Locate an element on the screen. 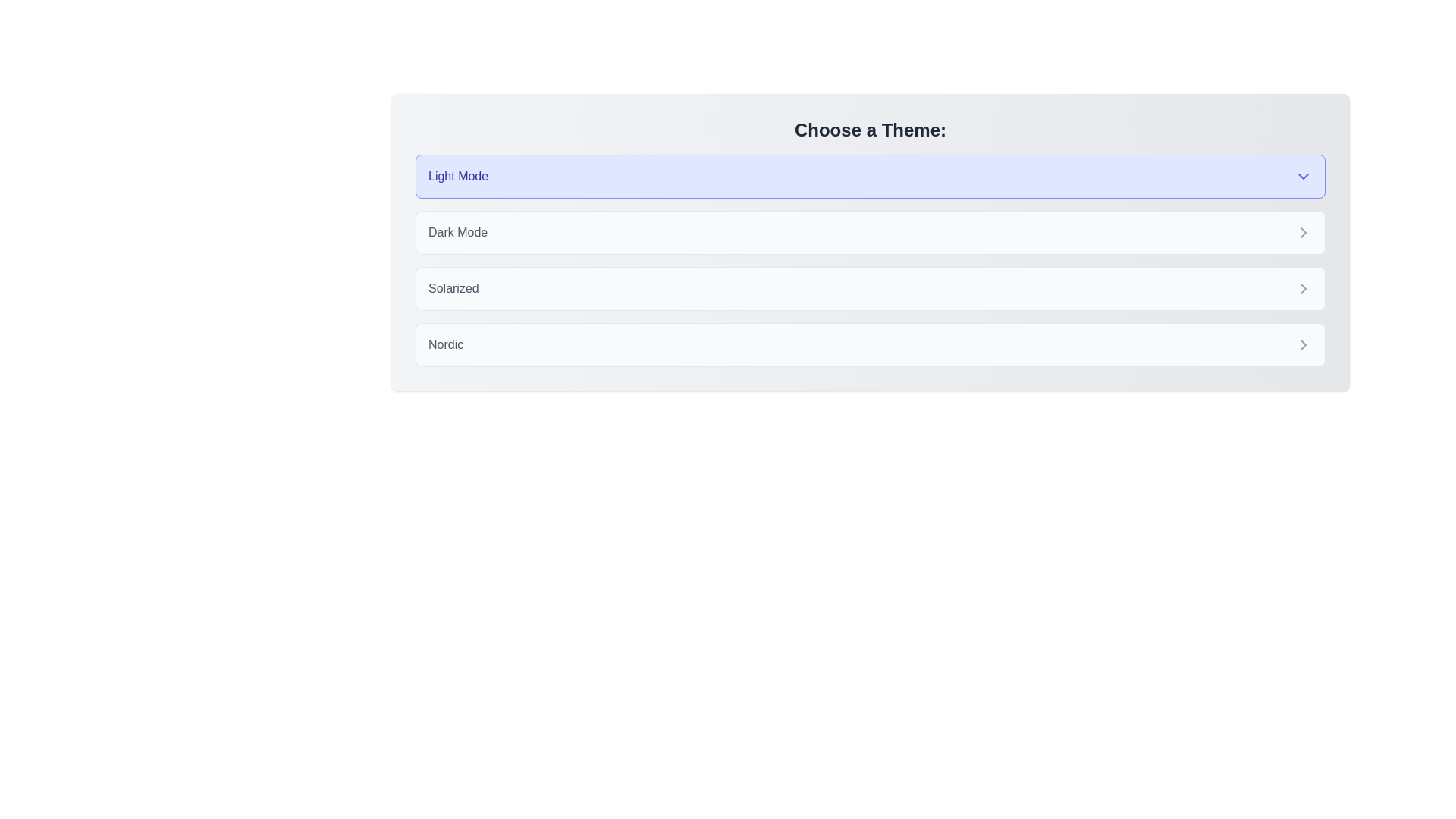  the theme Dark Mode by clicking on its corresponding chip is located at coordinates (870, 233).